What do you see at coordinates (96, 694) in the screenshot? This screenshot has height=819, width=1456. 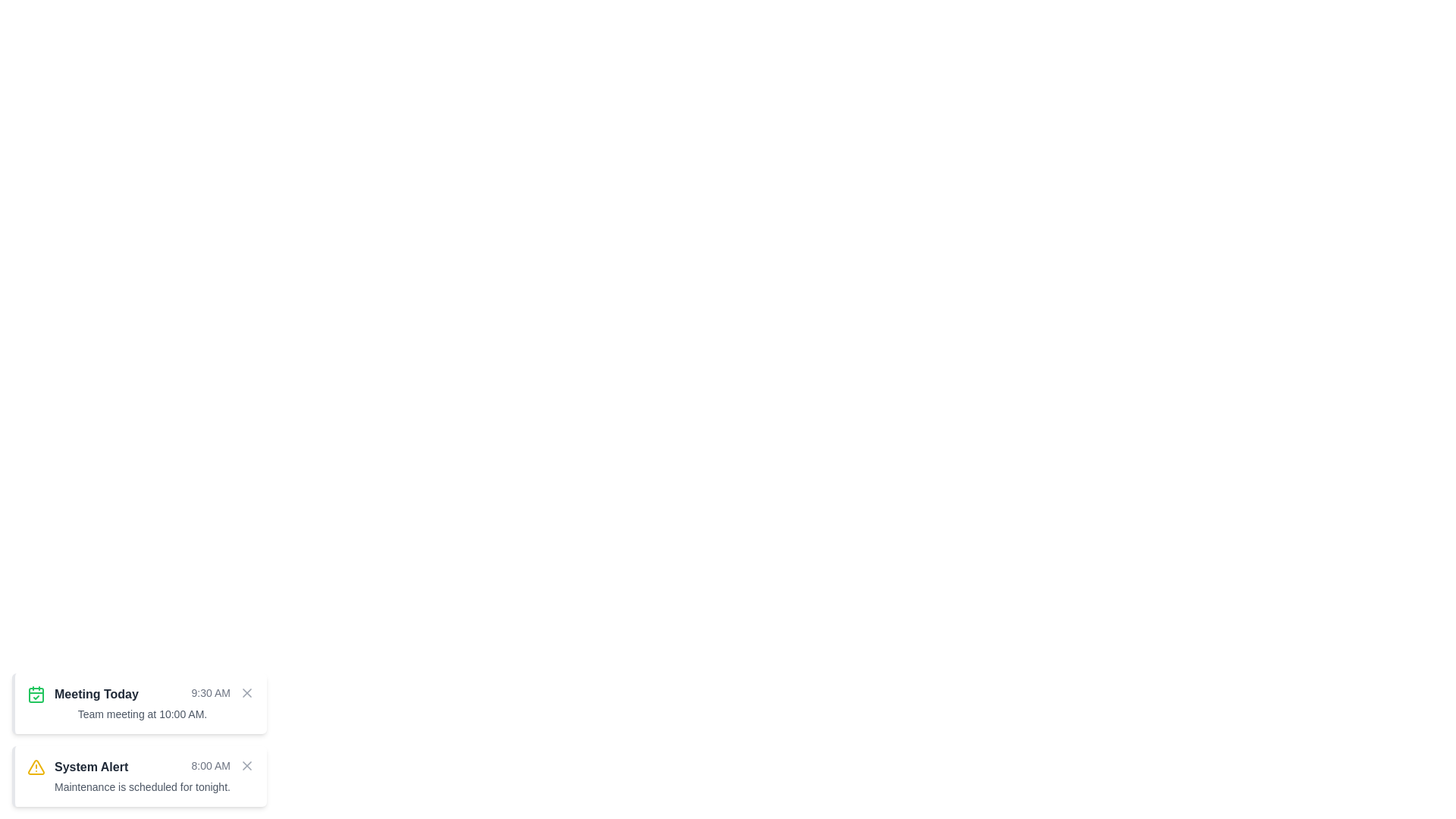 I see `the text element displaying 'Meeting Today' in bold dark gray font within the notification card` at bounding box center [96, 694].